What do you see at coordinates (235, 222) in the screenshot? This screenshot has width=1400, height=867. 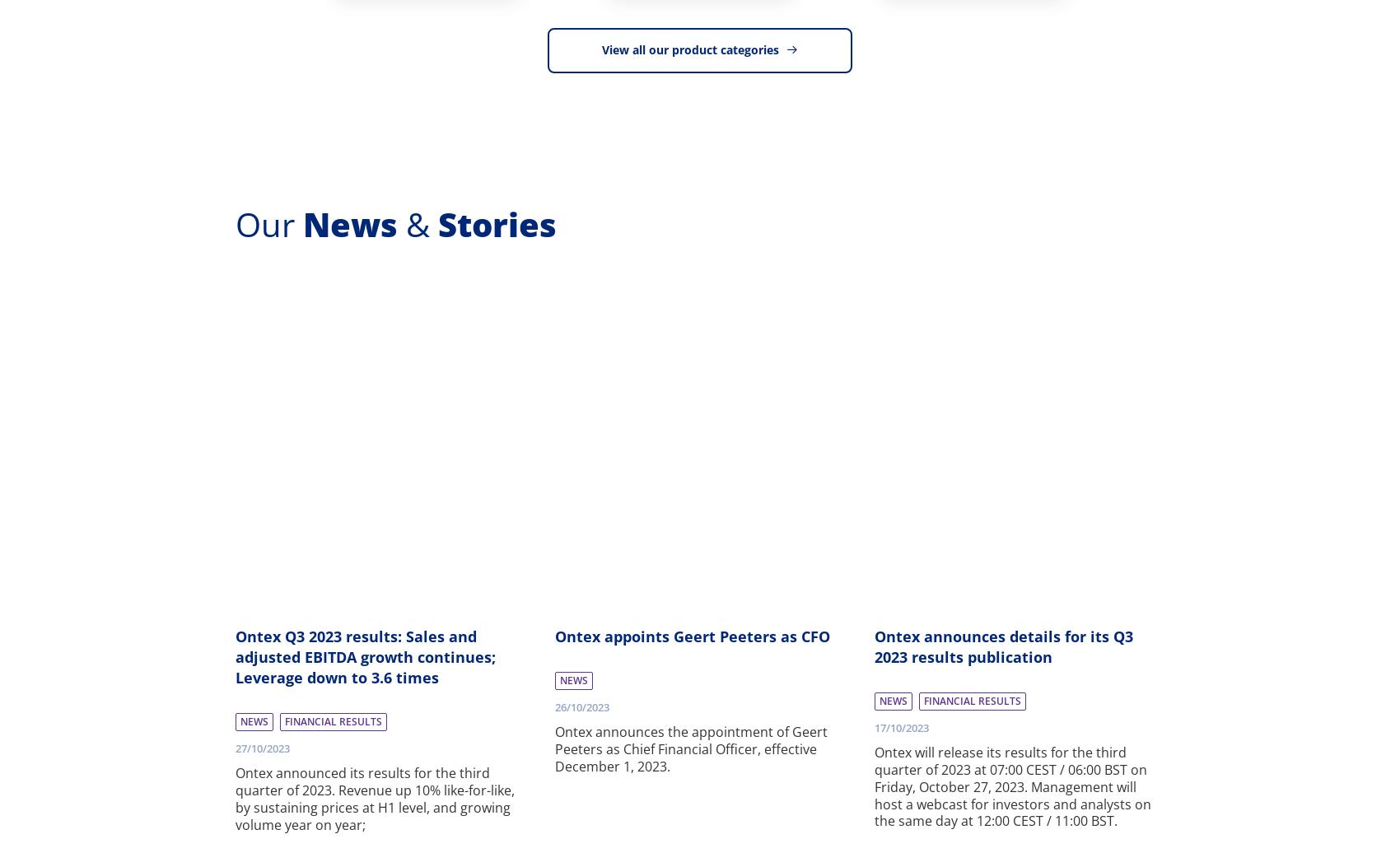 I see `'Our'` at bounding box center [235, 222].